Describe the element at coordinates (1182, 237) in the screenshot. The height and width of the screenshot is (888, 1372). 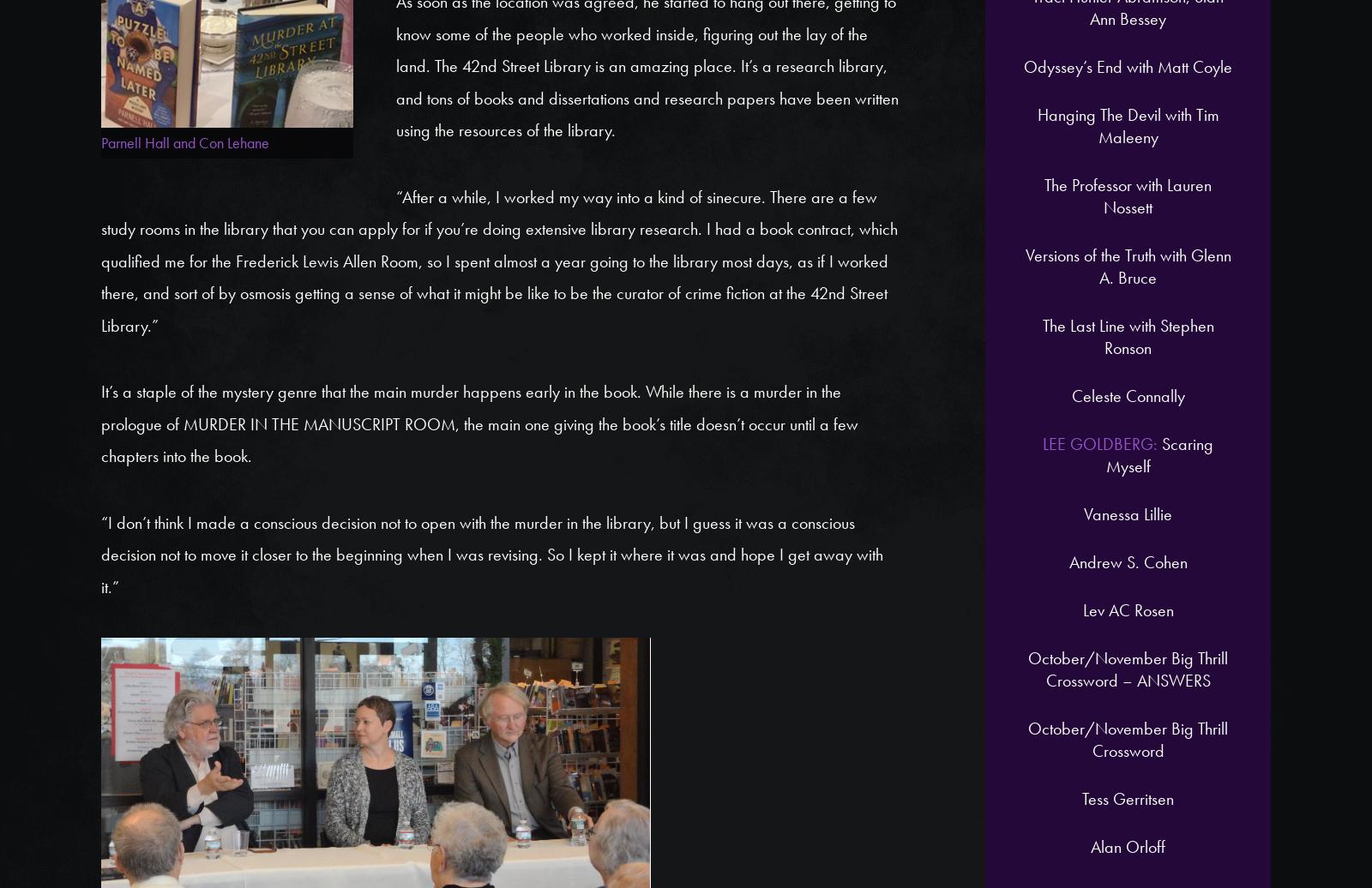
I see `'Contact Us'` at that location.